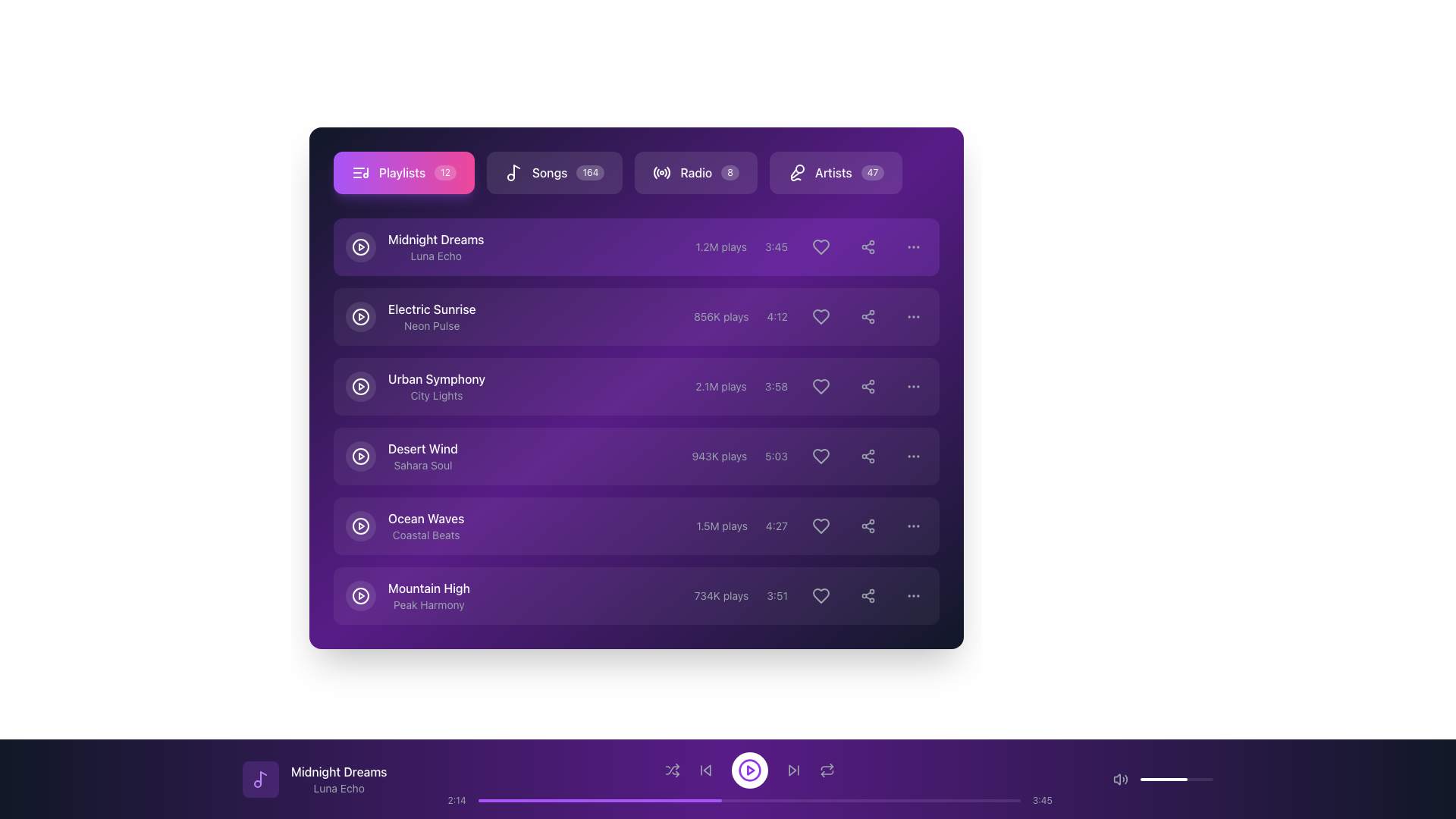 Image resolution: width=1456 pixels, height=819 pixels. Describe the element at coordinates (777, 315) in the screenshot. I see `the text label element displaying '4:12', which is styled with a small gray font and located to the right of '856K plays' in the music playlist` at that location.